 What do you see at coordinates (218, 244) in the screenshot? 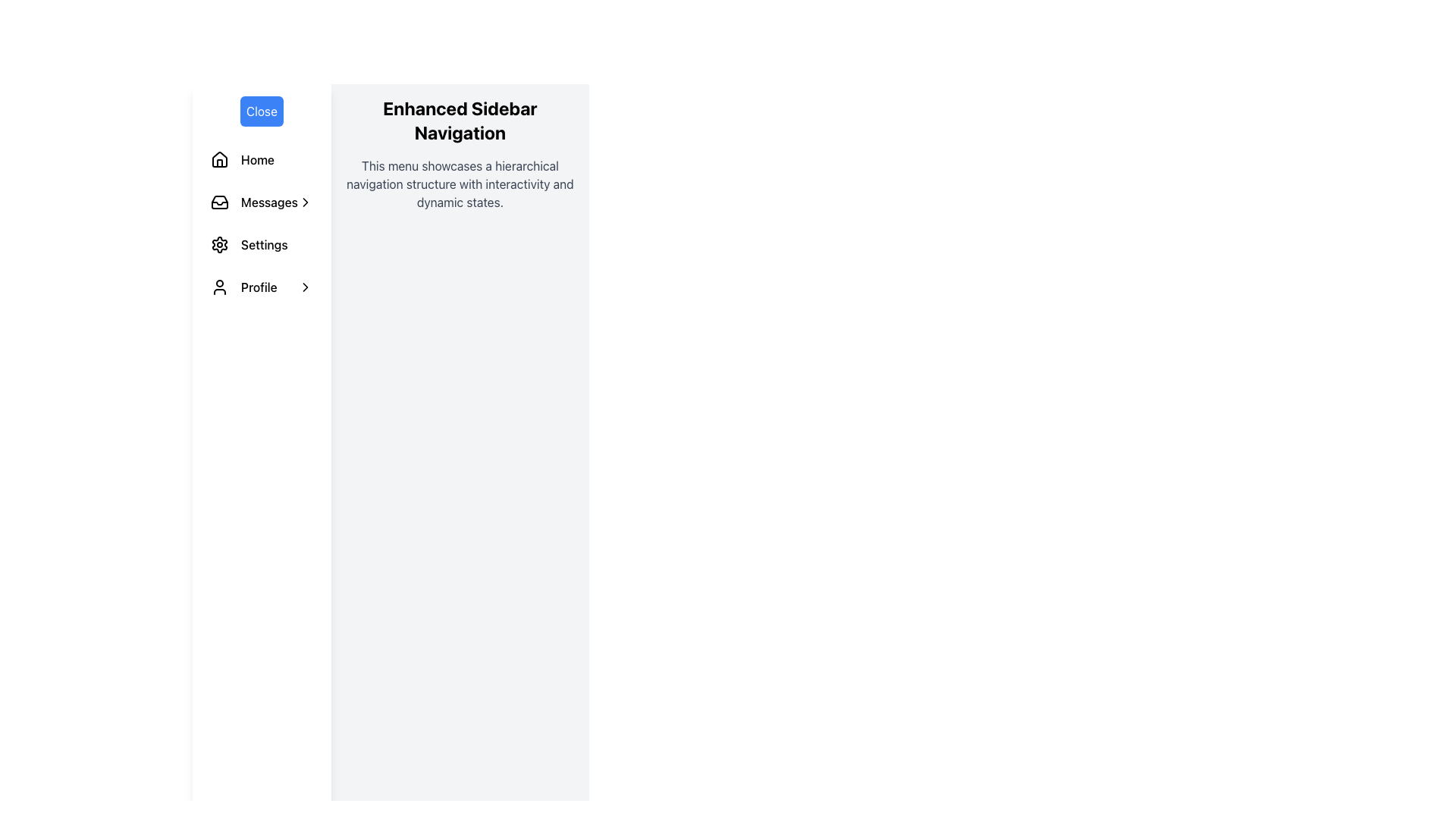
I see `the gear icon located in the sidebar menu, which is the leftmost icon in the 'Settings' menu item, positioned directly to the left of the 'Settings' text` at bounding box center [218, 244].